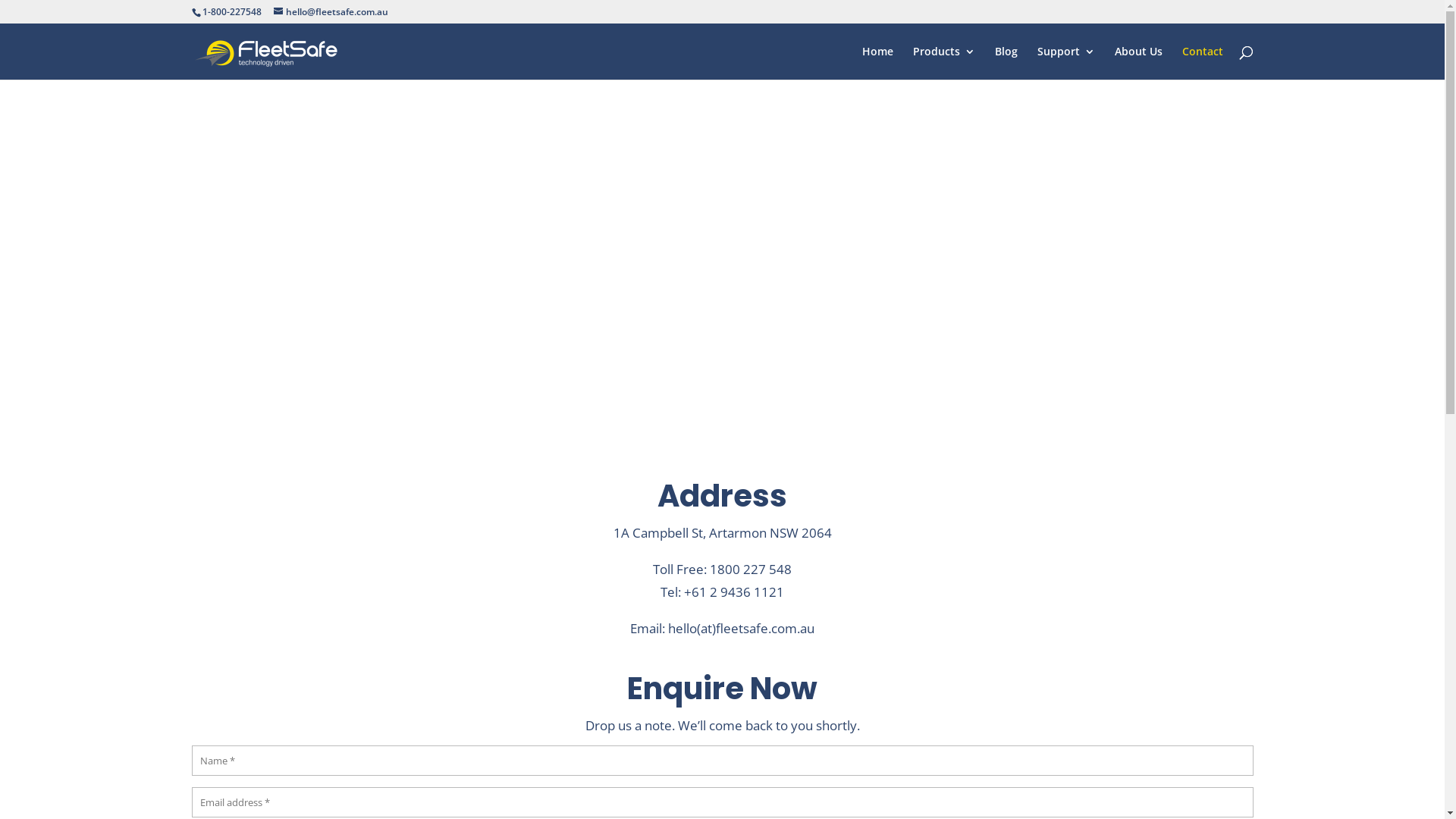 Image resolution: width=1456 pixels, height=819 pixels. What do you see at coordinates (667, 628) in the screenshot?
I see `'hello(at)fleetsafe.com.au'` at bounding box center [667, 628].